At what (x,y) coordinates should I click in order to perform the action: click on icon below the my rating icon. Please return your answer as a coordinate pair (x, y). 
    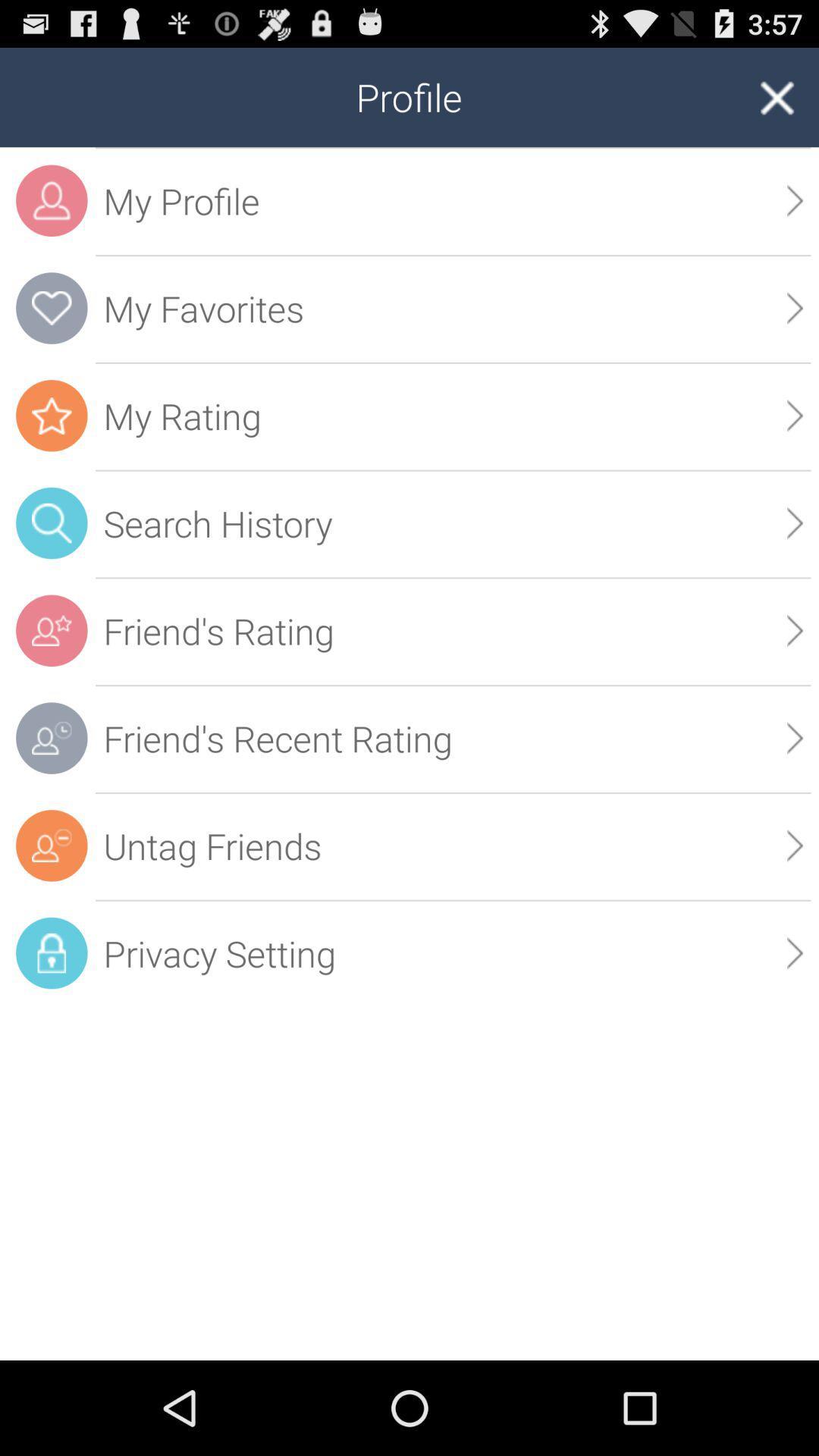
    Looking at the image, I should click on (452, 523).